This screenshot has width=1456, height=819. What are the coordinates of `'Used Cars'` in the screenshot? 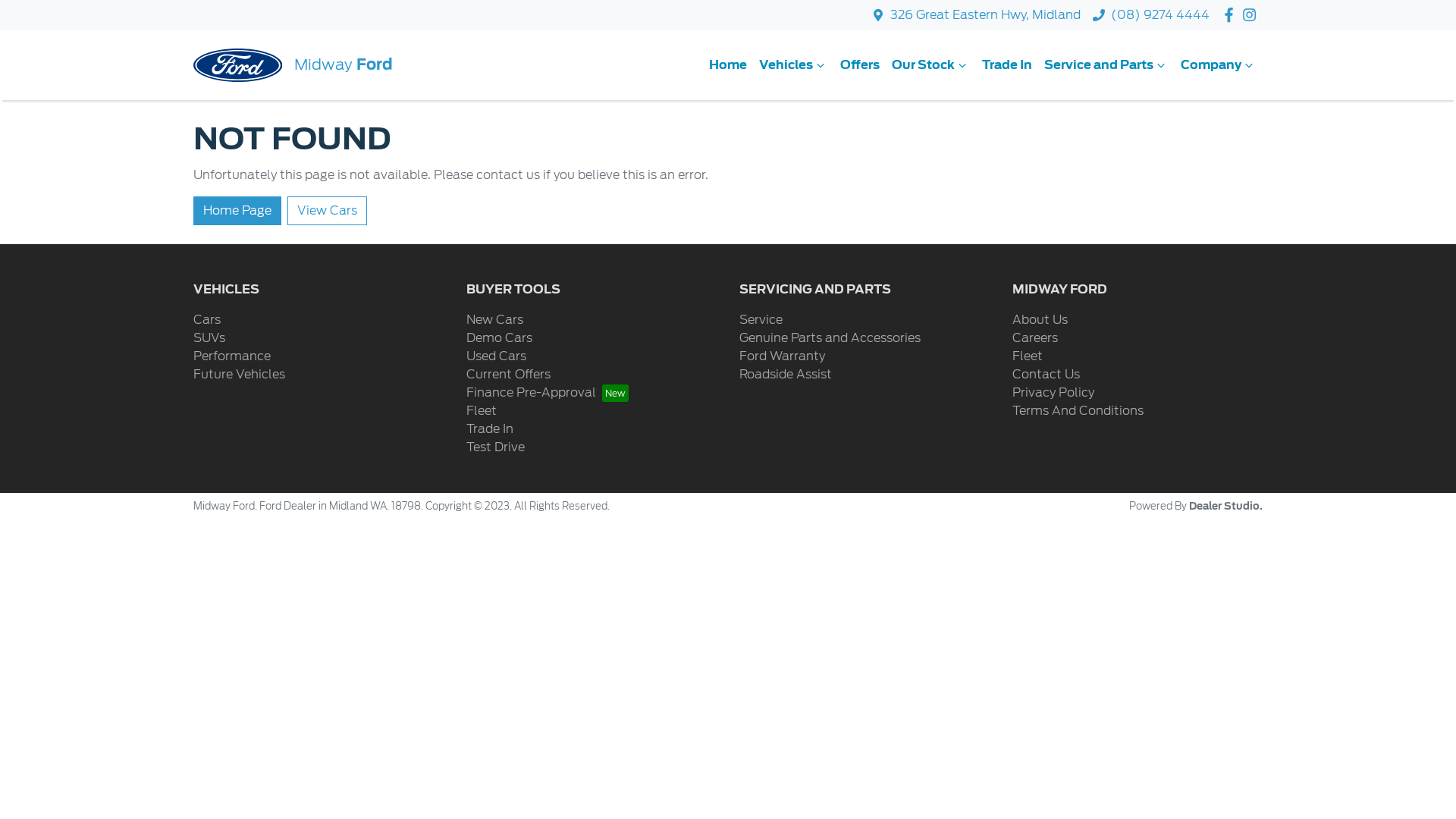 It's located at (496, 356).